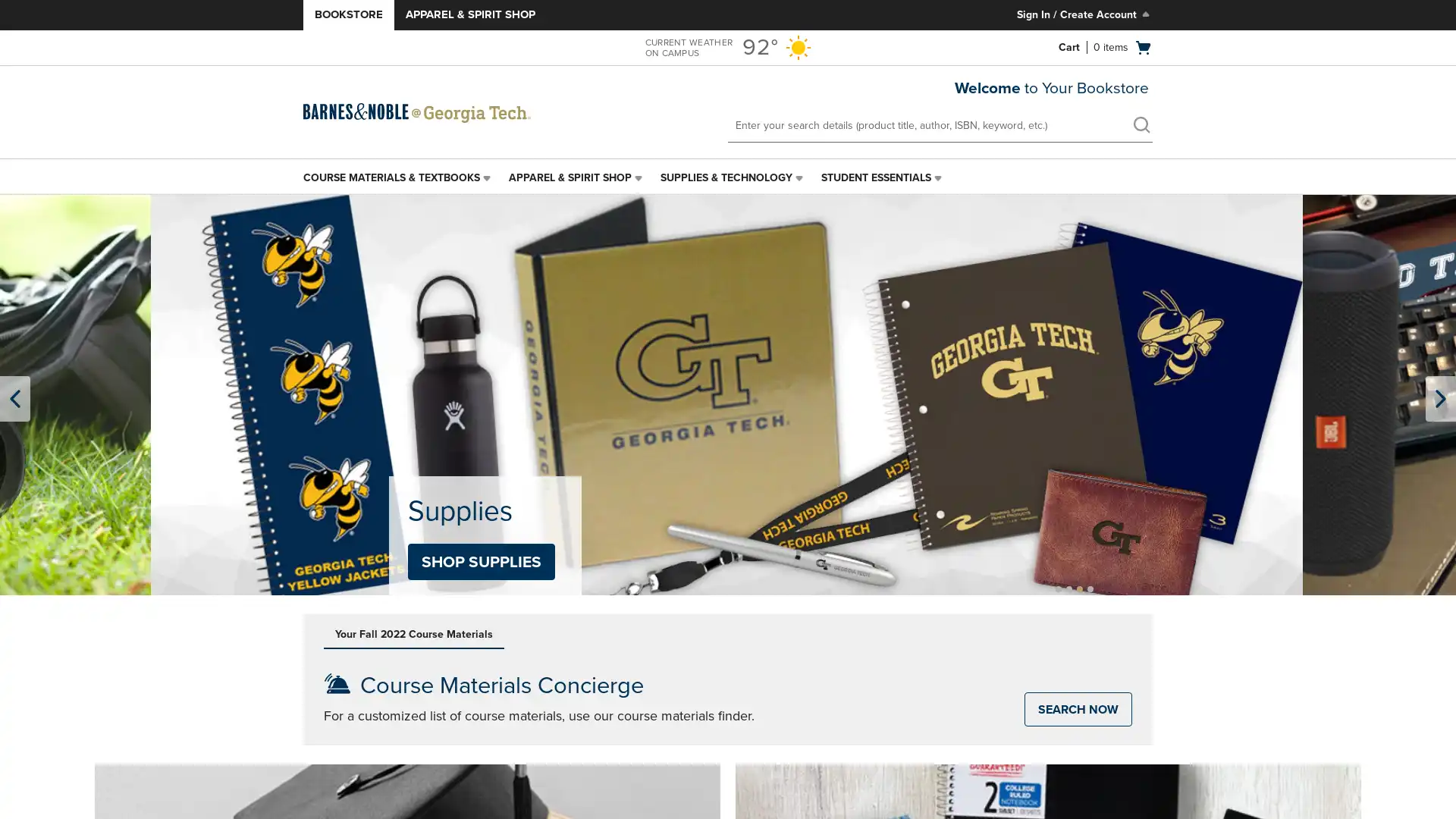  I want to click on Unselected, Slide 2, so click(1068, 588).